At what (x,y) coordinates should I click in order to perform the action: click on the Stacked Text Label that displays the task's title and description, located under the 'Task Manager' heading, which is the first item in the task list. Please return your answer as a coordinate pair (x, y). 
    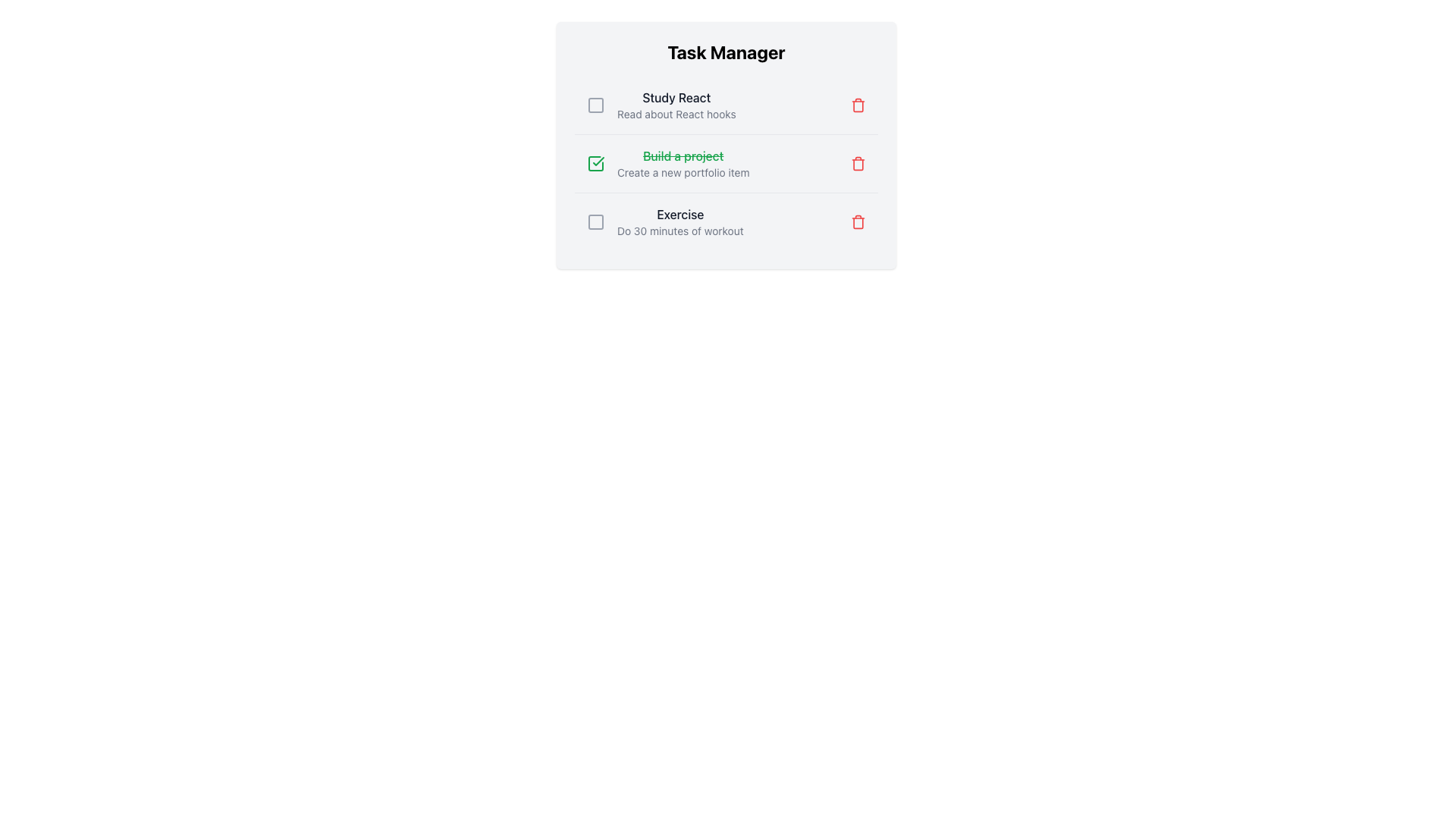
    Looking at the image, I should click on (676, 104).